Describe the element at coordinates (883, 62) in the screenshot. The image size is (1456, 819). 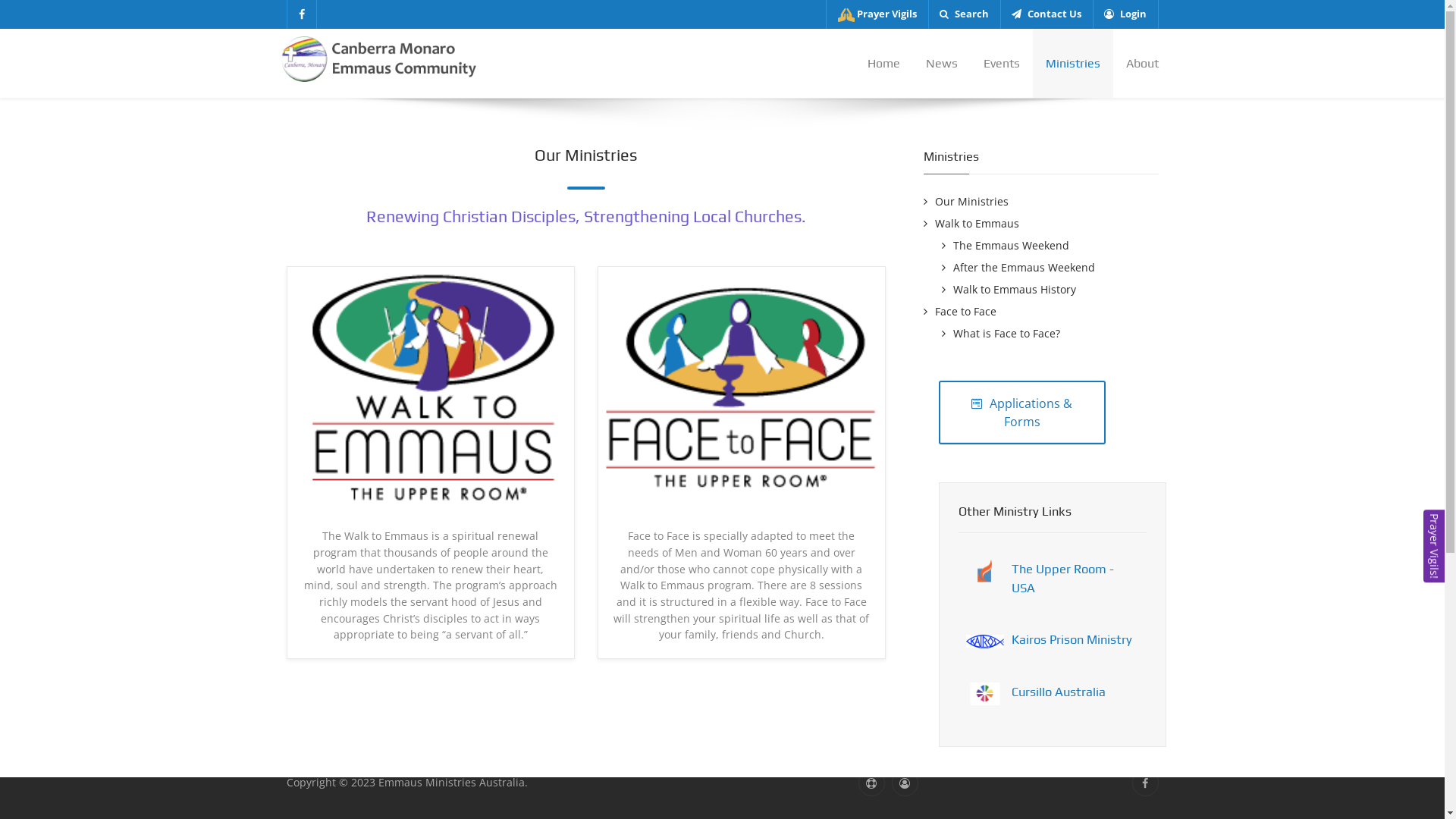
I see `'Home'` at that location.